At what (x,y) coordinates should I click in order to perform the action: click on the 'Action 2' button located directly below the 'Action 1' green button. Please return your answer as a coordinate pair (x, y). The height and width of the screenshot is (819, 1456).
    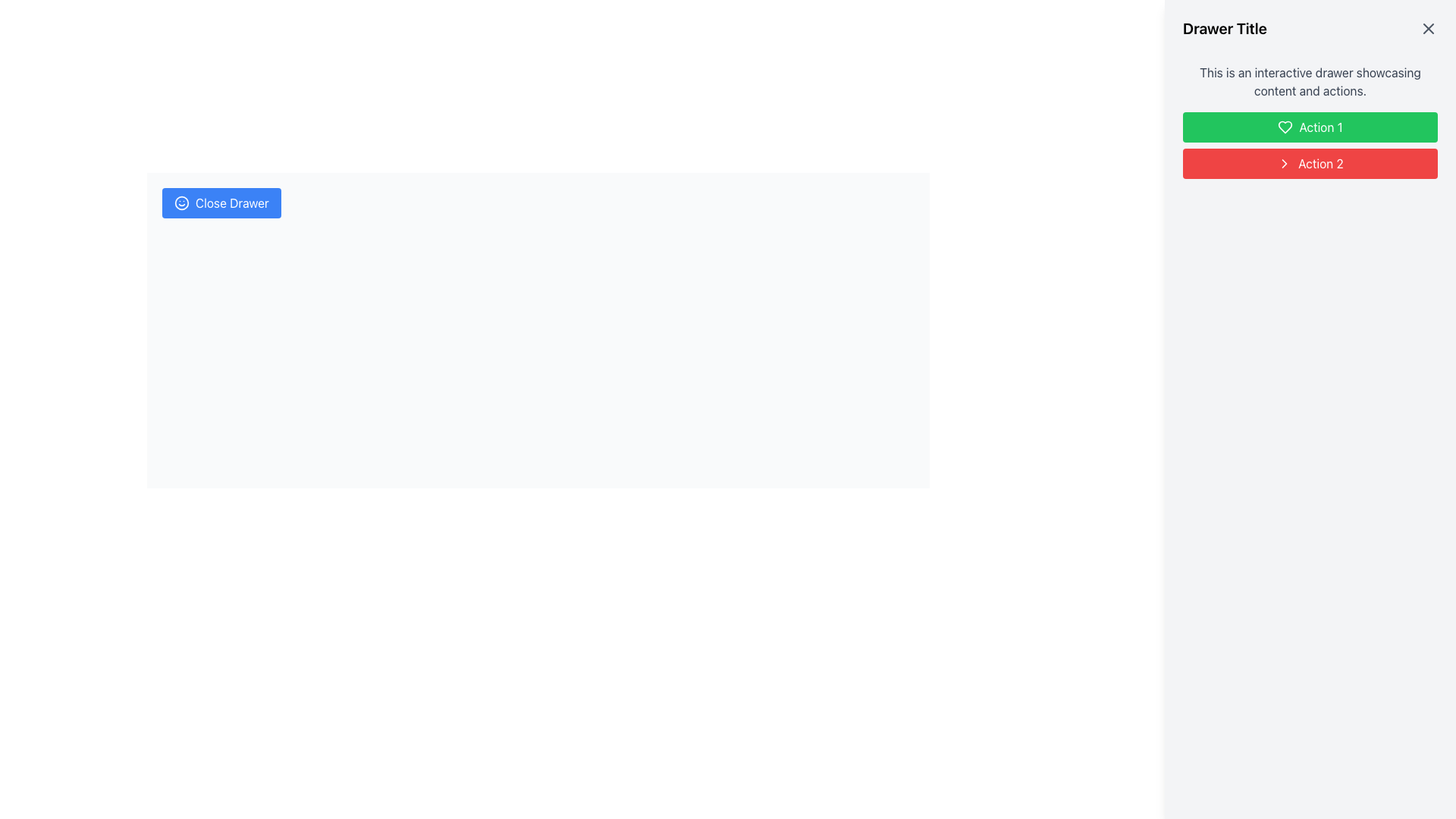
    Looking at the image, I should click on (1310, 164).